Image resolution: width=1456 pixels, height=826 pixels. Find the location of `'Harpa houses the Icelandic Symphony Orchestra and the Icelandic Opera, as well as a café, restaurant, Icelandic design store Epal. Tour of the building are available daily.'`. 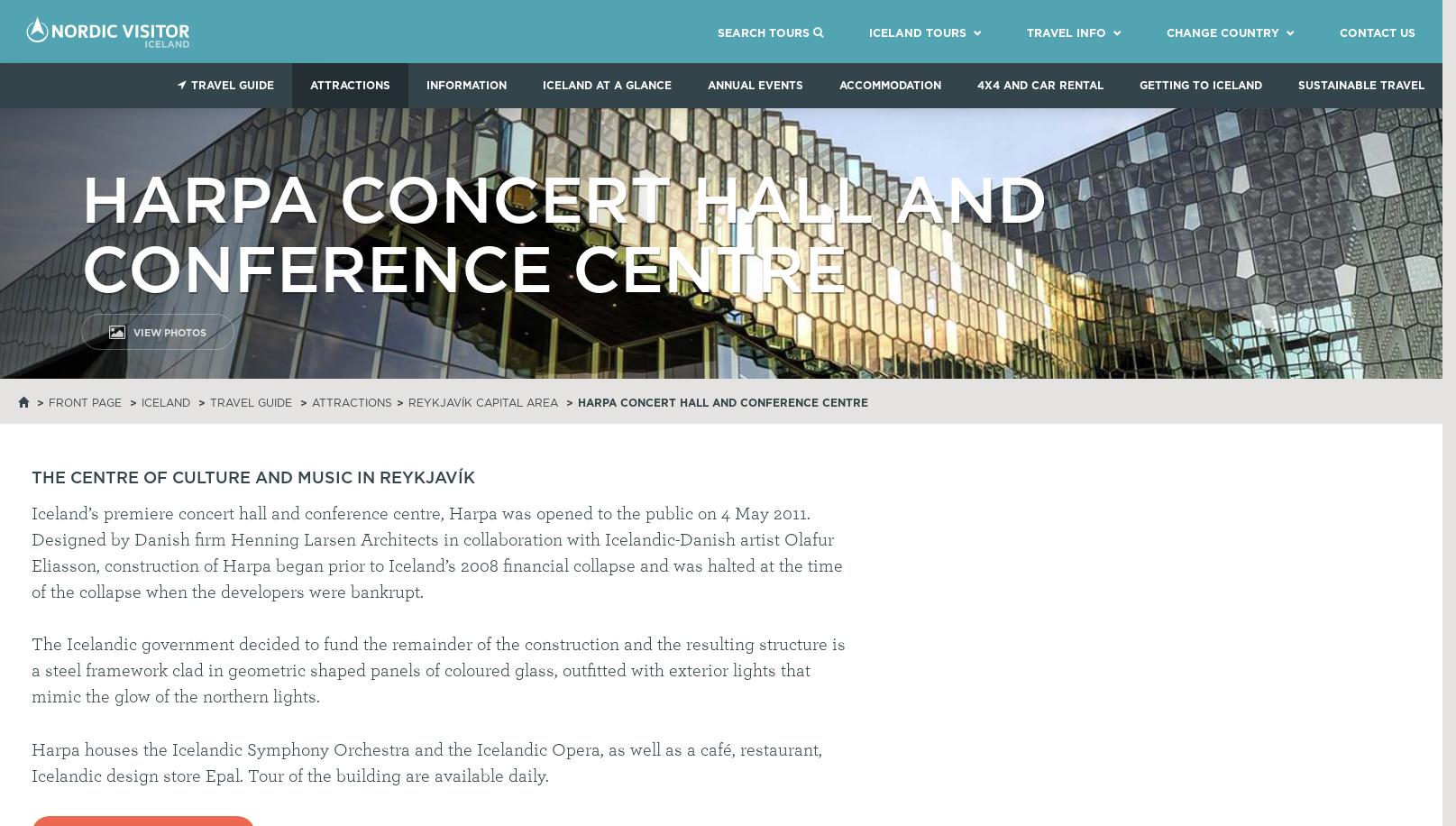

'Harpa houses the Icelandic Symphony Orchestra and the Icelandic Opera, as well as a café, restaurant, Icelandic design store Epal. Tour of the building are available daily.' is located at coordinates (32, 762).